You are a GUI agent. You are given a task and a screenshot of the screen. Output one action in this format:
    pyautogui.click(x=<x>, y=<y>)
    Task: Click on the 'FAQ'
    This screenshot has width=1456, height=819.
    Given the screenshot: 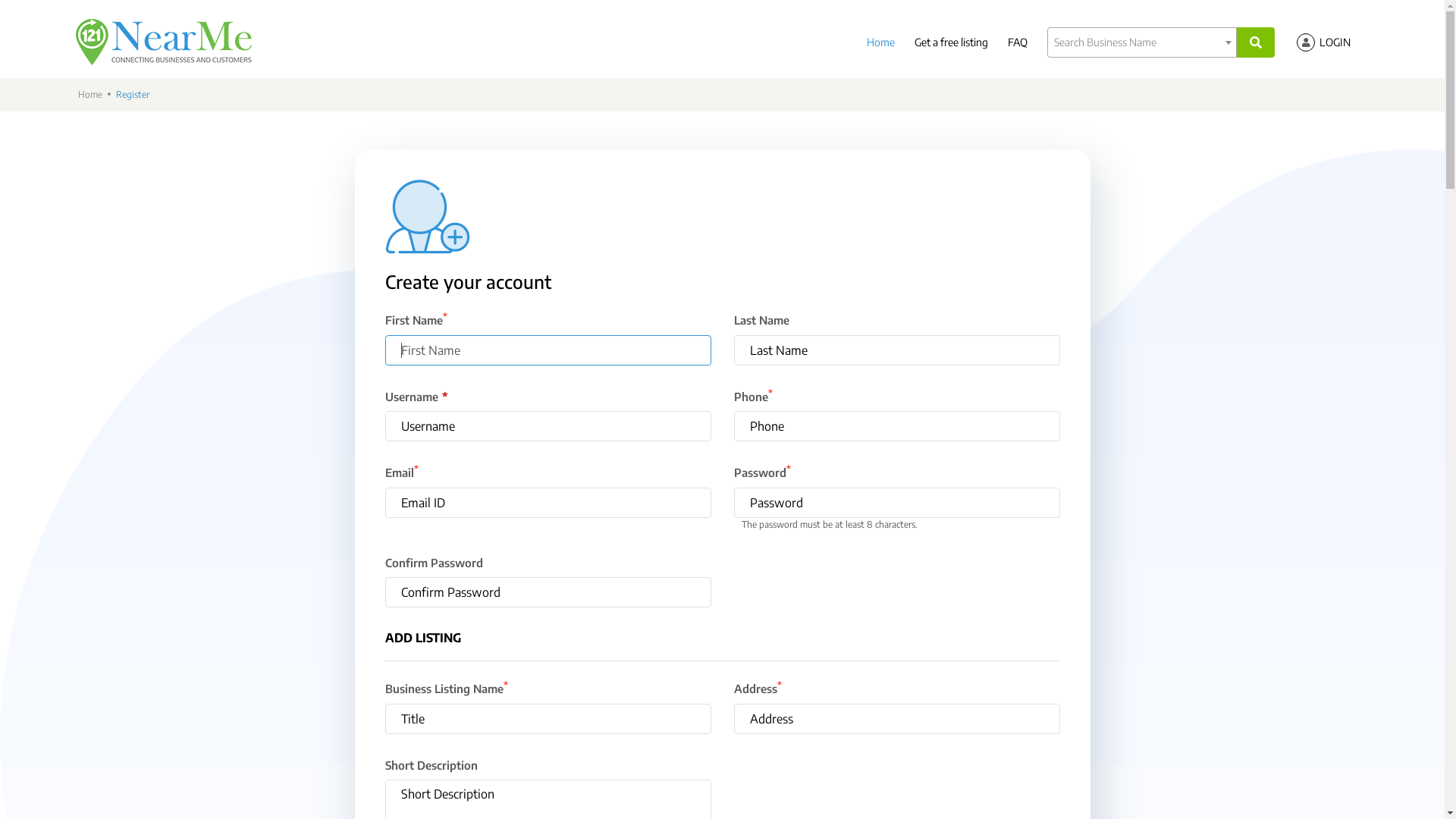 What is the action you would take?
    pyautogui.click(x=1018, y=41)
    